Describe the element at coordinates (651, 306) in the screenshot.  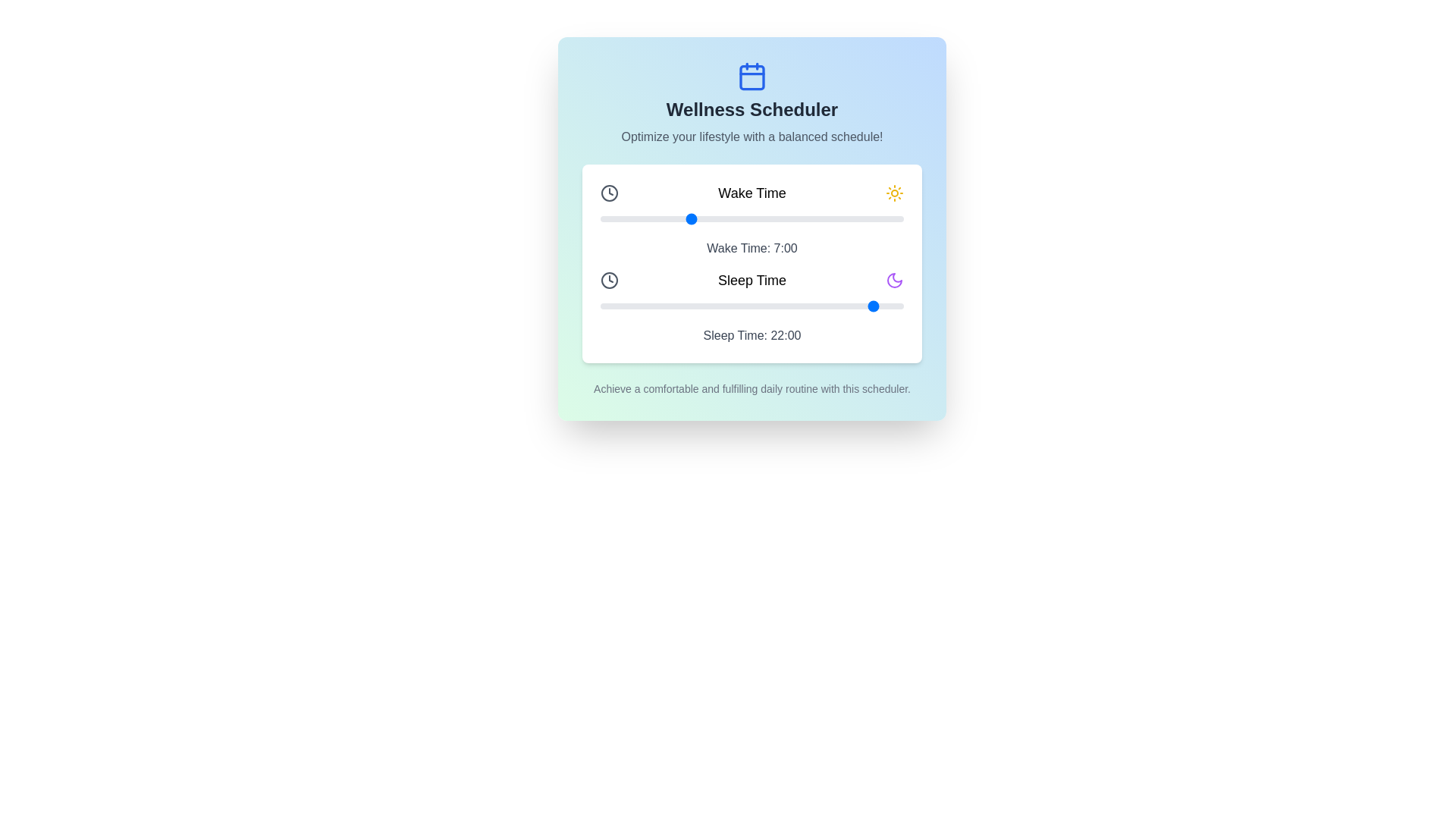
I see `the time` at that location.